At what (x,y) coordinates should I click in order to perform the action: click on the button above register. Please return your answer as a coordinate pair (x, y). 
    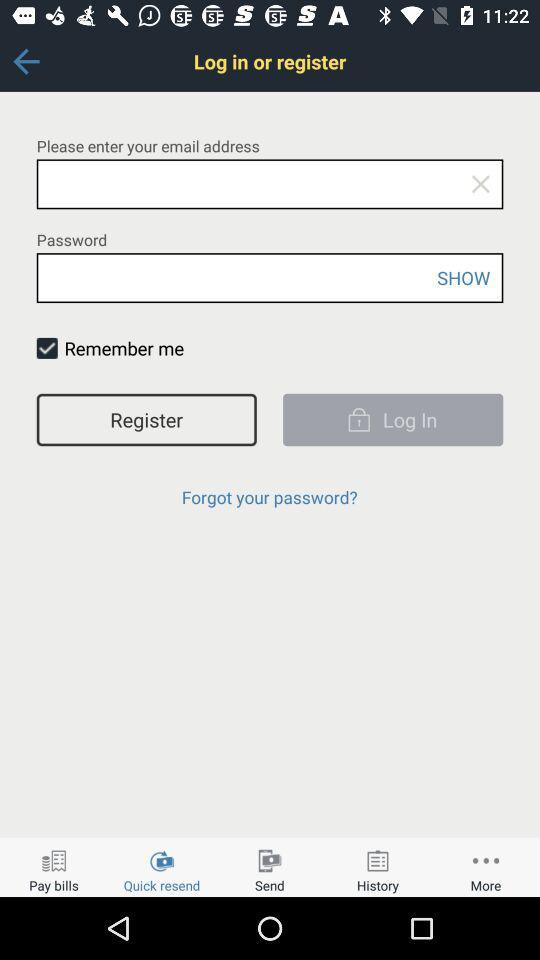
    Looking at the image, I should click on (47, 348).